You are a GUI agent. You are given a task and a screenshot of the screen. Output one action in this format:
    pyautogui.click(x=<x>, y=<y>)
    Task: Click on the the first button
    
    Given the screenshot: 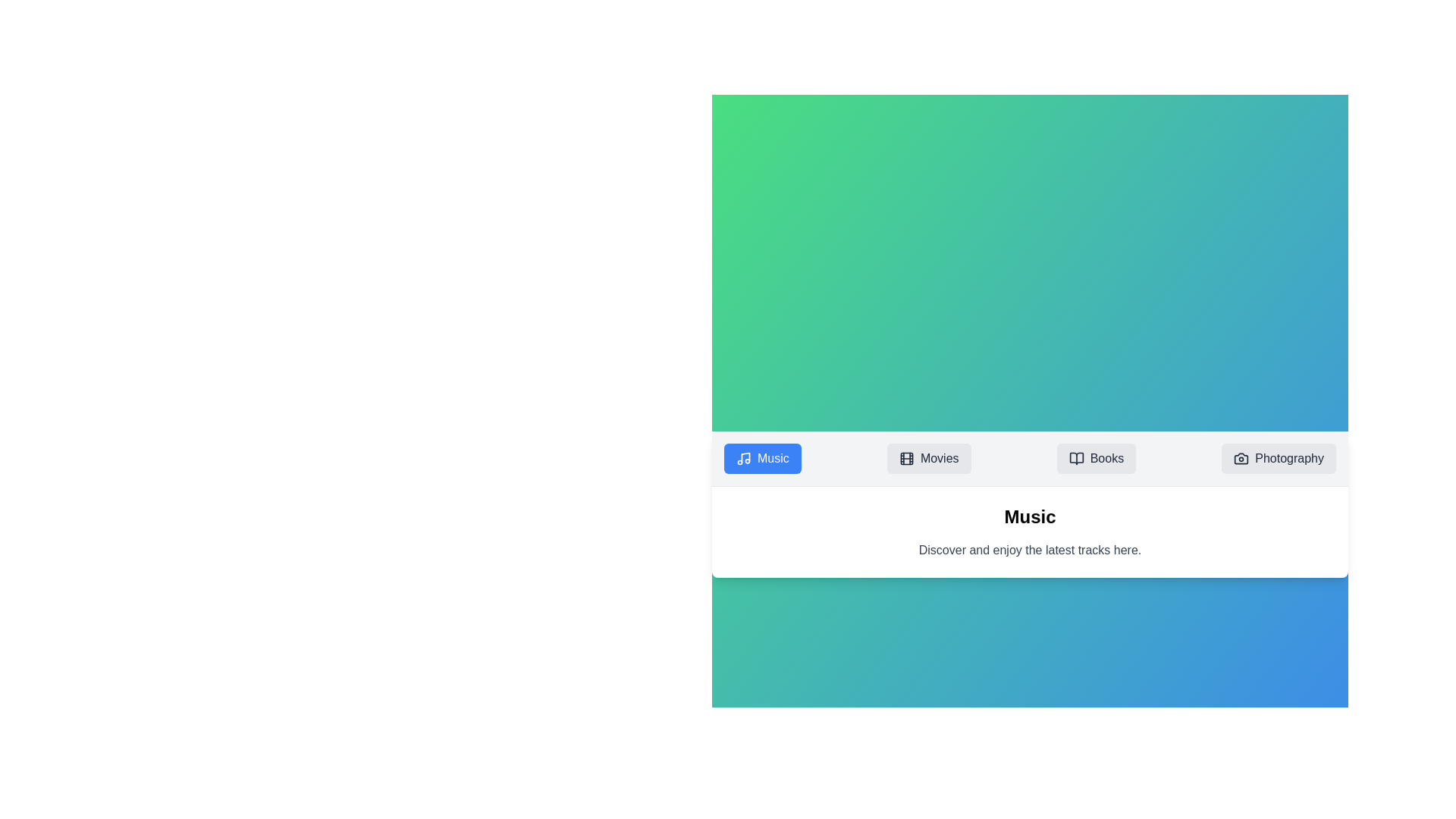 What is the action you would take?
    pyautogui.click(x=762, y=457)
    